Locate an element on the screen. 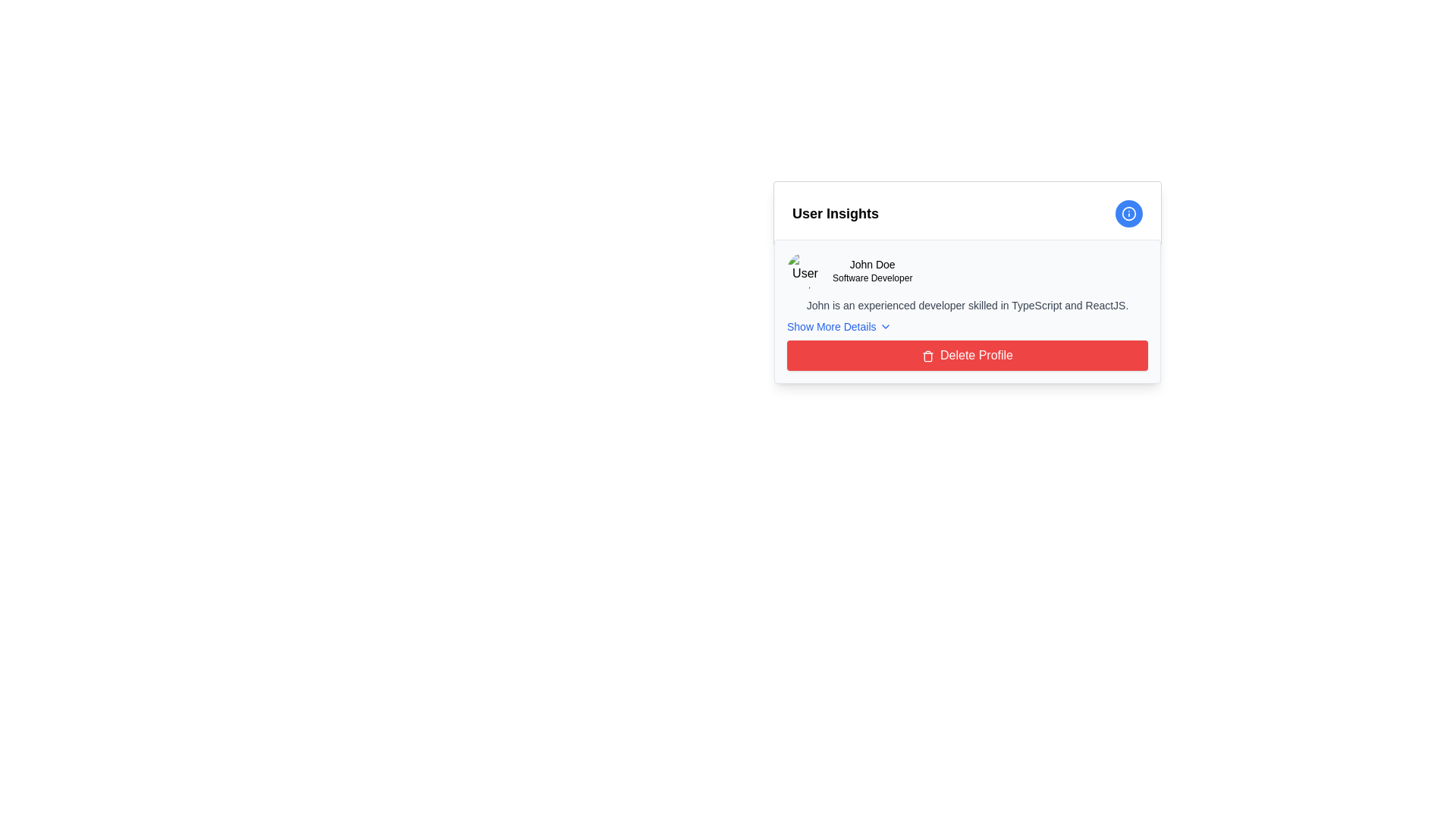 This screenshot has height=819, width=1456. the interactive button located in the top-right corner of the 'User Insights' section, next to the header text 'User Insights' is located at coordinates (1128, 213).